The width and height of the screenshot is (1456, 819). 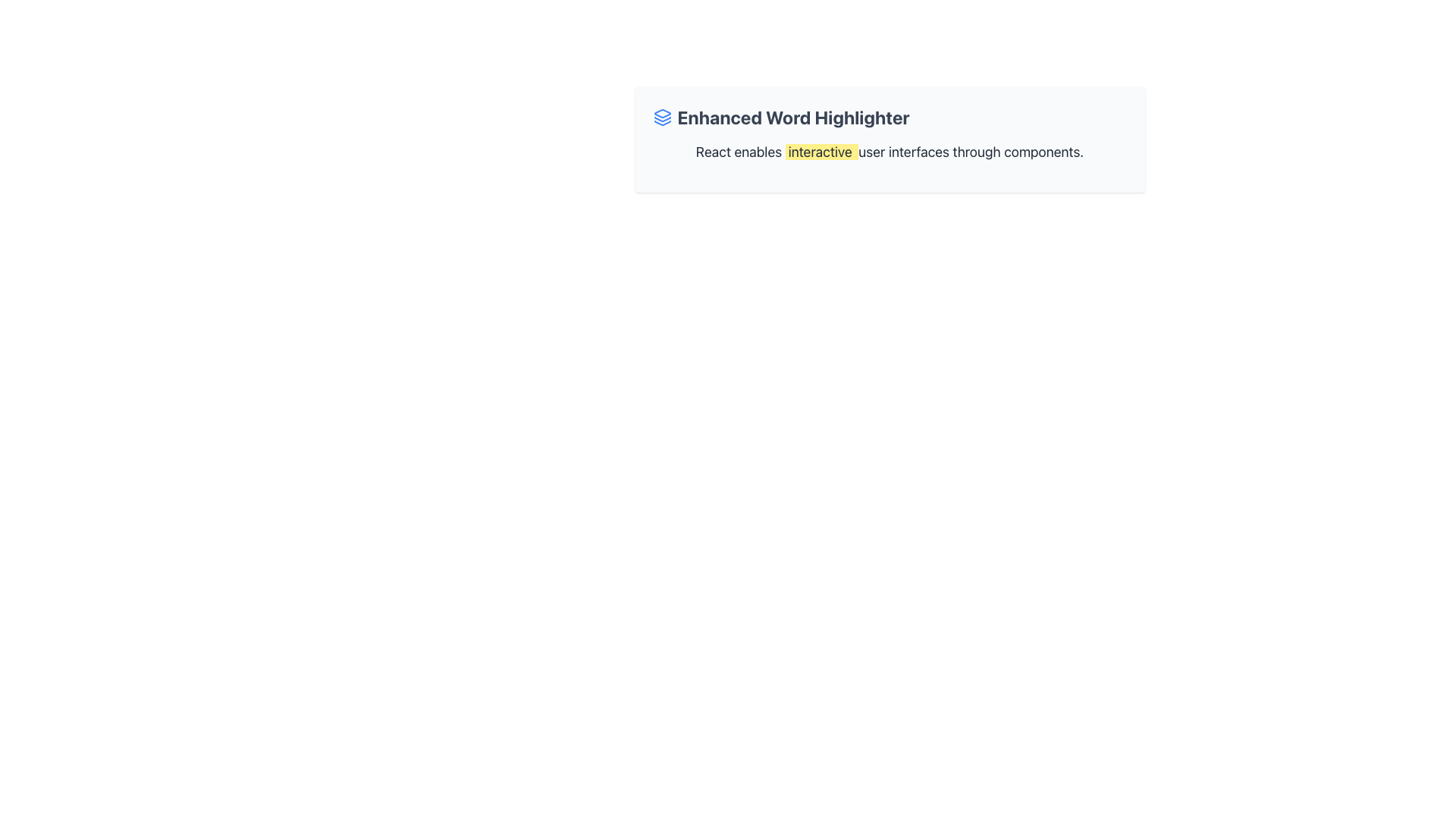 What do you see at coordinates (890, 152) in the screenshot?
I see `the informational text element that displays capabilities of React, located below the title 'Enhanced Word Highlighter' in a centered card layout` at bounding box center [890, 152].